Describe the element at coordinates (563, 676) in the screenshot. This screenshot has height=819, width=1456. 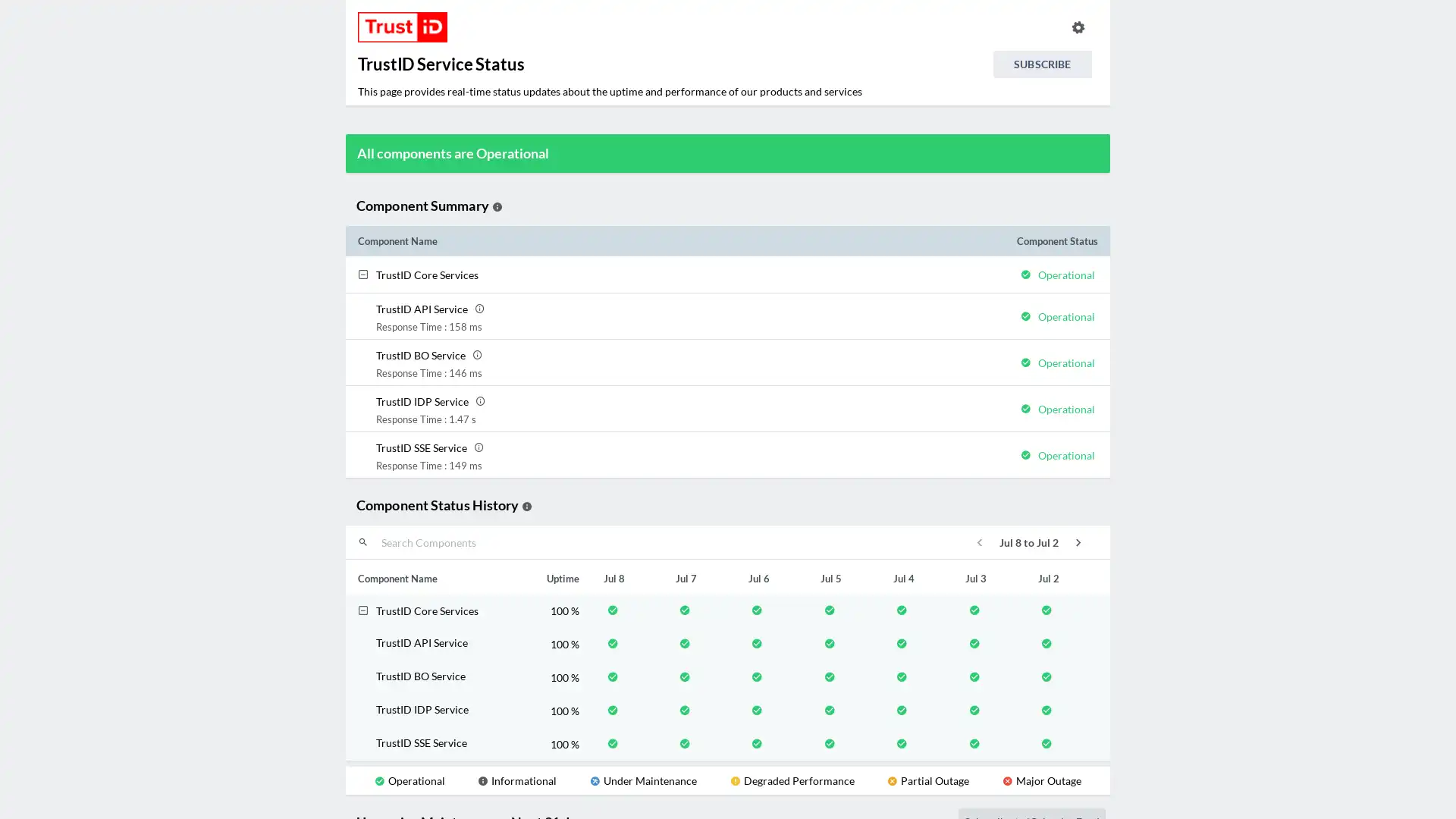
I see `100 %` at that location.